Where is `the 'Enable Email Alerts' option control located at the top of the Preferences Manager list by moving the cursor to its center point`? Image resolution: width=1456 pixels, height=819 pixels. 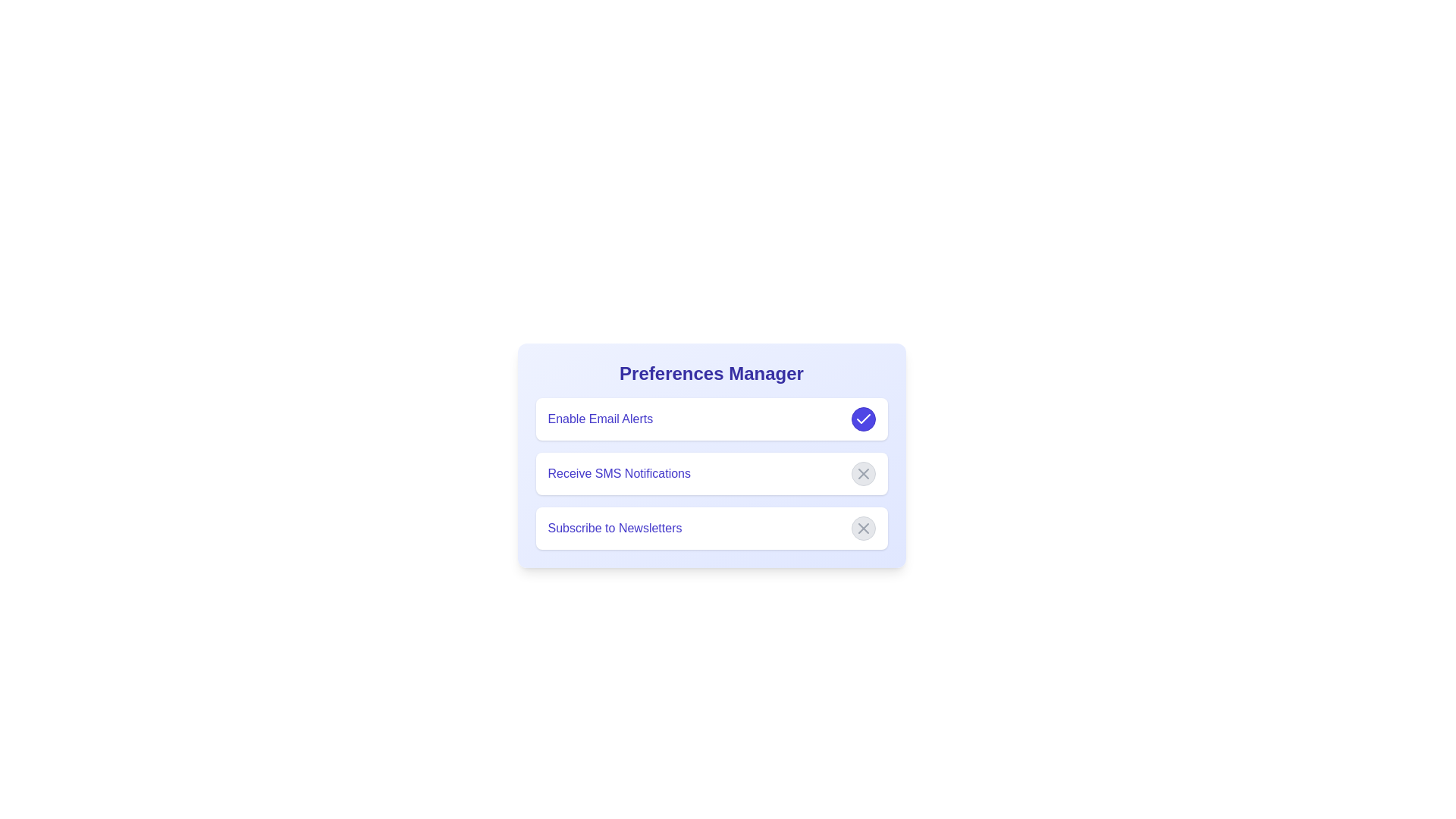
the 'Enable Email Alerts' option control located at the top of the Preferences Manager list by moving the cursor to its center point is located at coordinates (711, 419).